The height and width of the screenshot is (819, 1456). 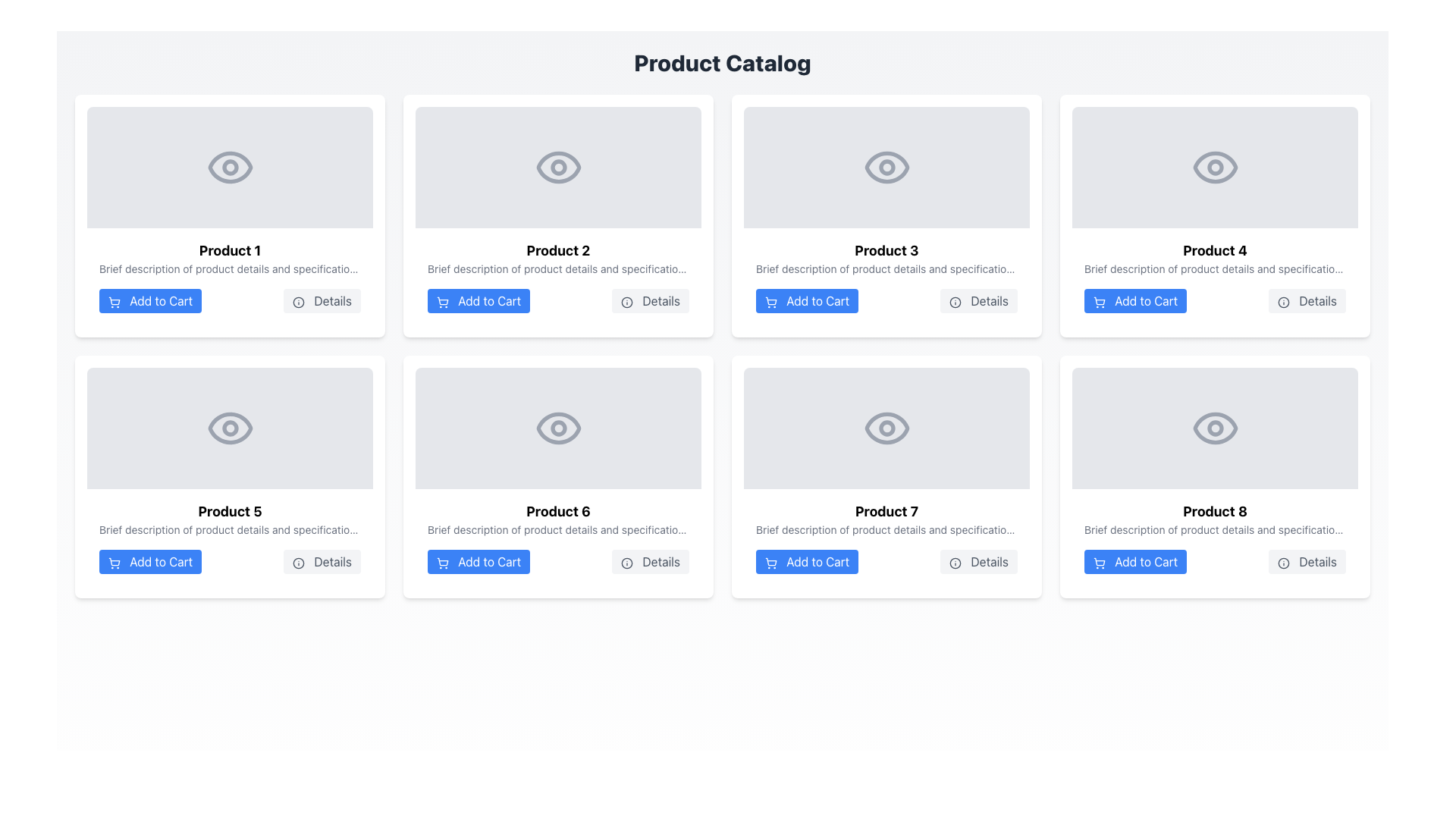 What do you see at coordinates (886, 428) in the screenshot?
I see `the eye icon with a gray outline located in the seventh product card, centered within the top section of the card` at bounding box center [886, 428].